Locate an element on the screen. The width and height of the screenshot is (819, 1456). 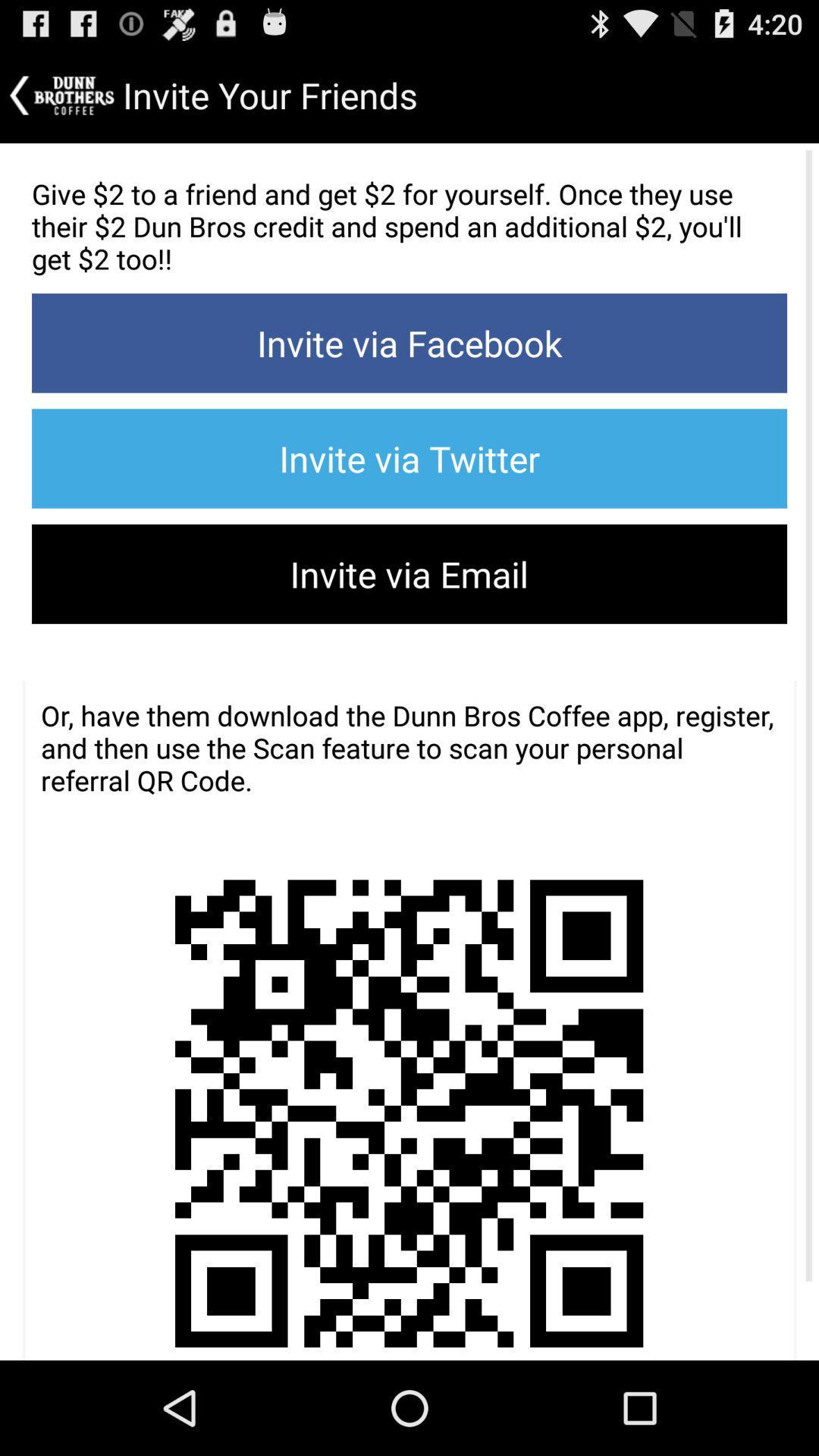
the item at the bottom is located at coordinates (408, 1087).